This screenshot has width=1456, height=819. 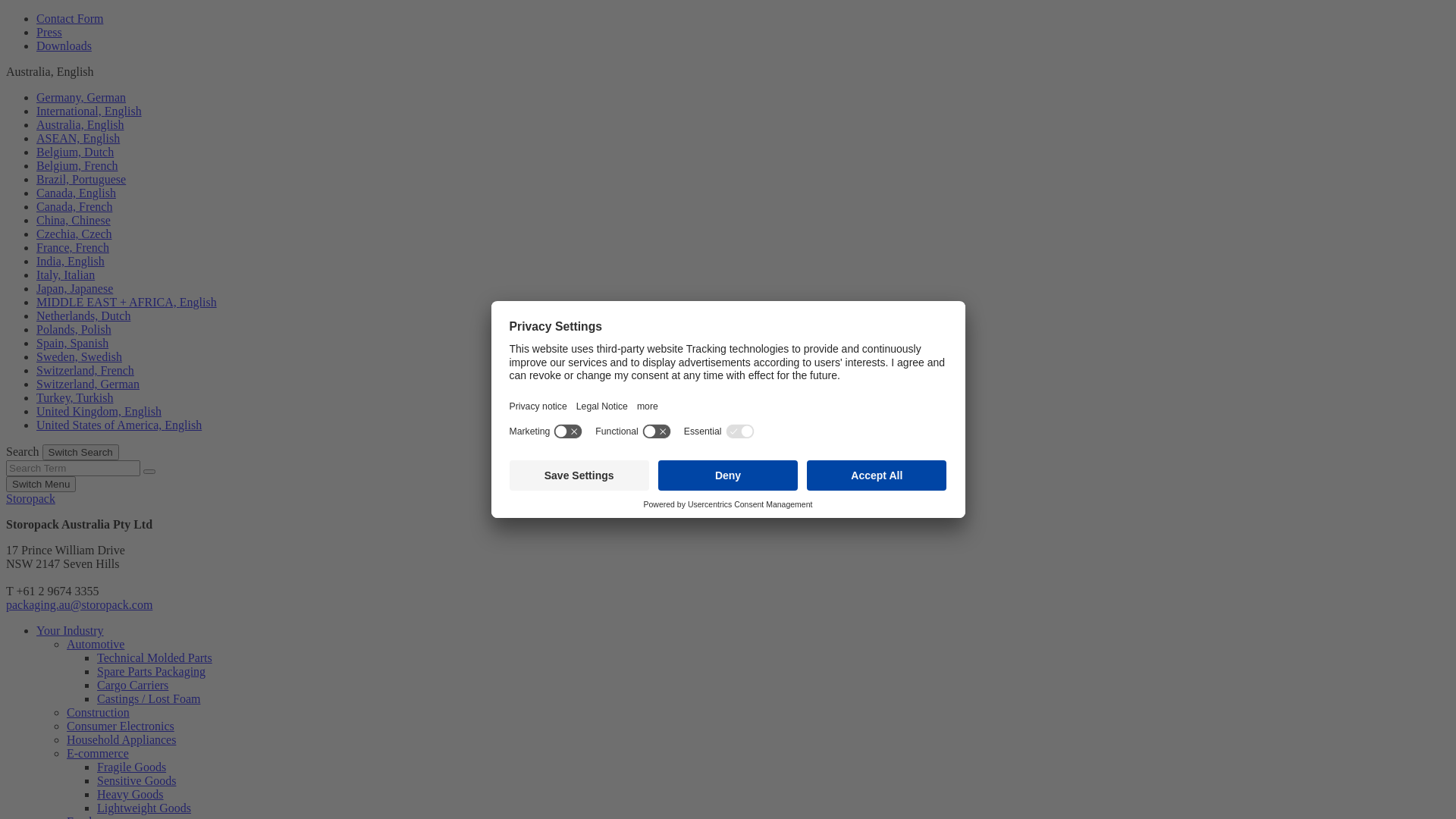 What do you see at coordinates (119, 725) in the screenshot?
I see `'Consumer Electronics'` at bounding box center [119, 725].